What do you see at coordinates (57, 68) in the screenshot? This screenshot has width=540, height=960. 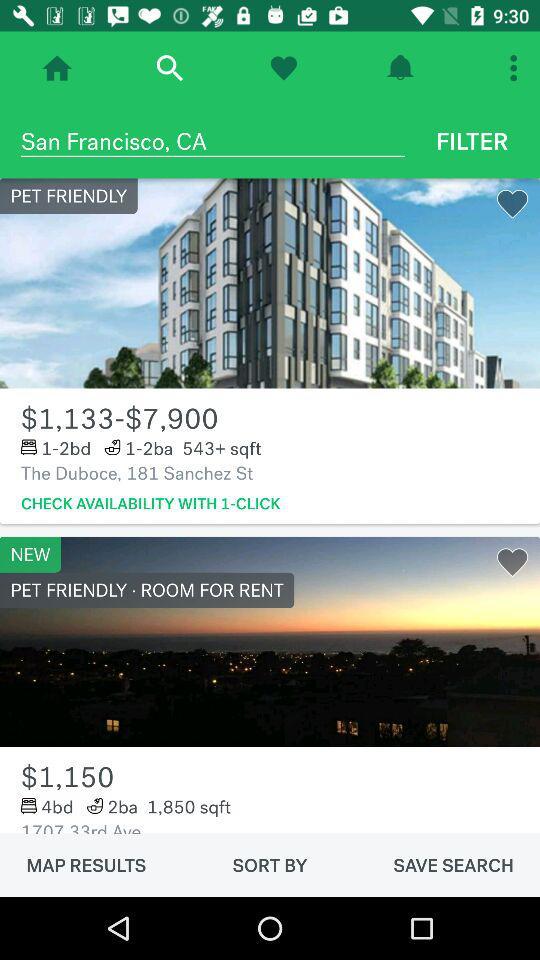 I see `home page` at bounding box center [57, 68].